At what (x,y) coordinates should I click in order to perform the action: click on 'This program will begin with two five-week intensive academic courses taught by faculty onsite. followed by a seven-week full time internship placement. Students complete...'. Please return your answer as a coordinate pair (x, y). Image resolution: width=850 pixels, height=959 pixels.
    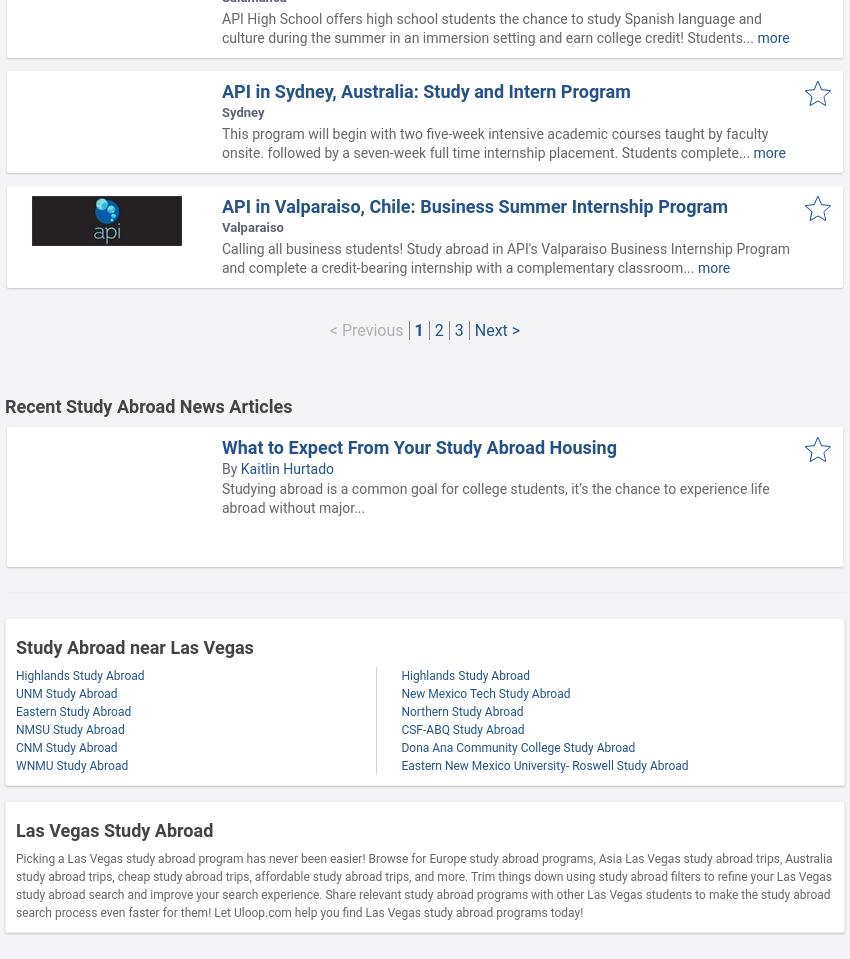
    Looking at the image, I should click on (495, 142).